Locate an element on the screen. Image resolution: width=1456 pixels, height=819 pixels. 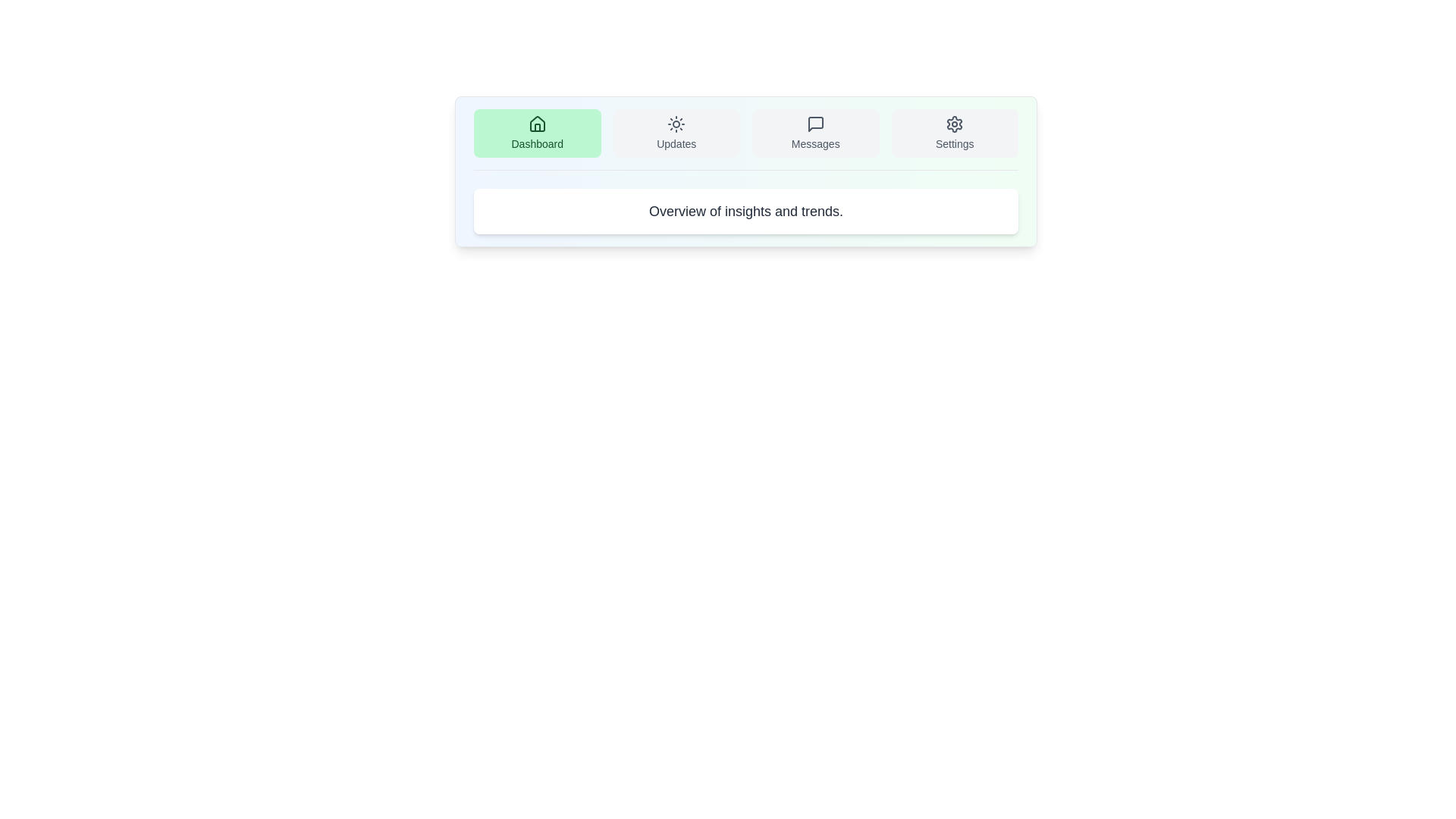
the Messages tab to view its content is located at coordinates (814, 133).